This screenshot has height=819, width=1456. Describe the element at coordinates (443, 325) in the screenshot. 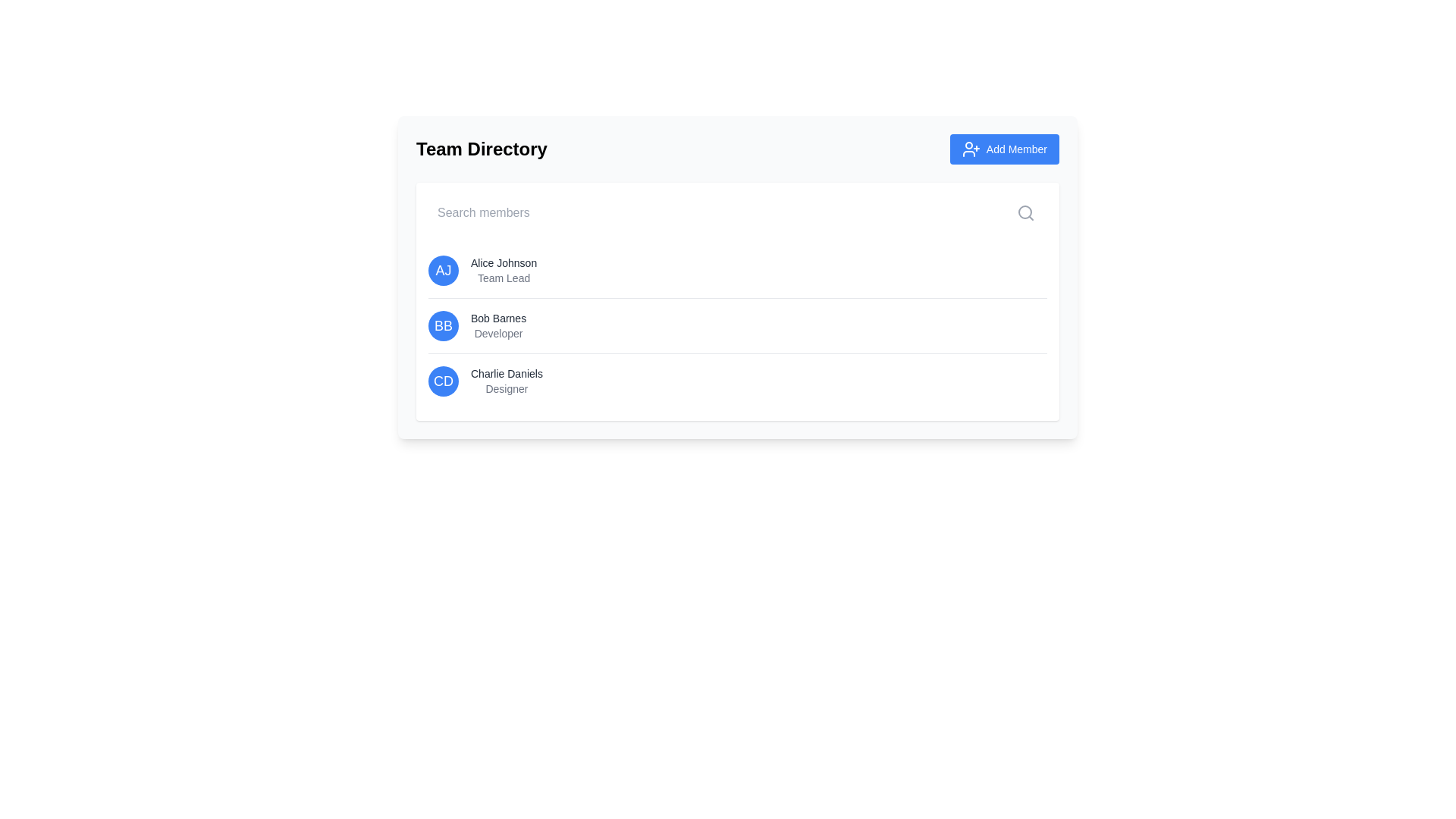

I see `the text element displaying 'BB' in bold white font on a blue circular background, which is part of the member directory for 'Bob Barnes'` at that location.